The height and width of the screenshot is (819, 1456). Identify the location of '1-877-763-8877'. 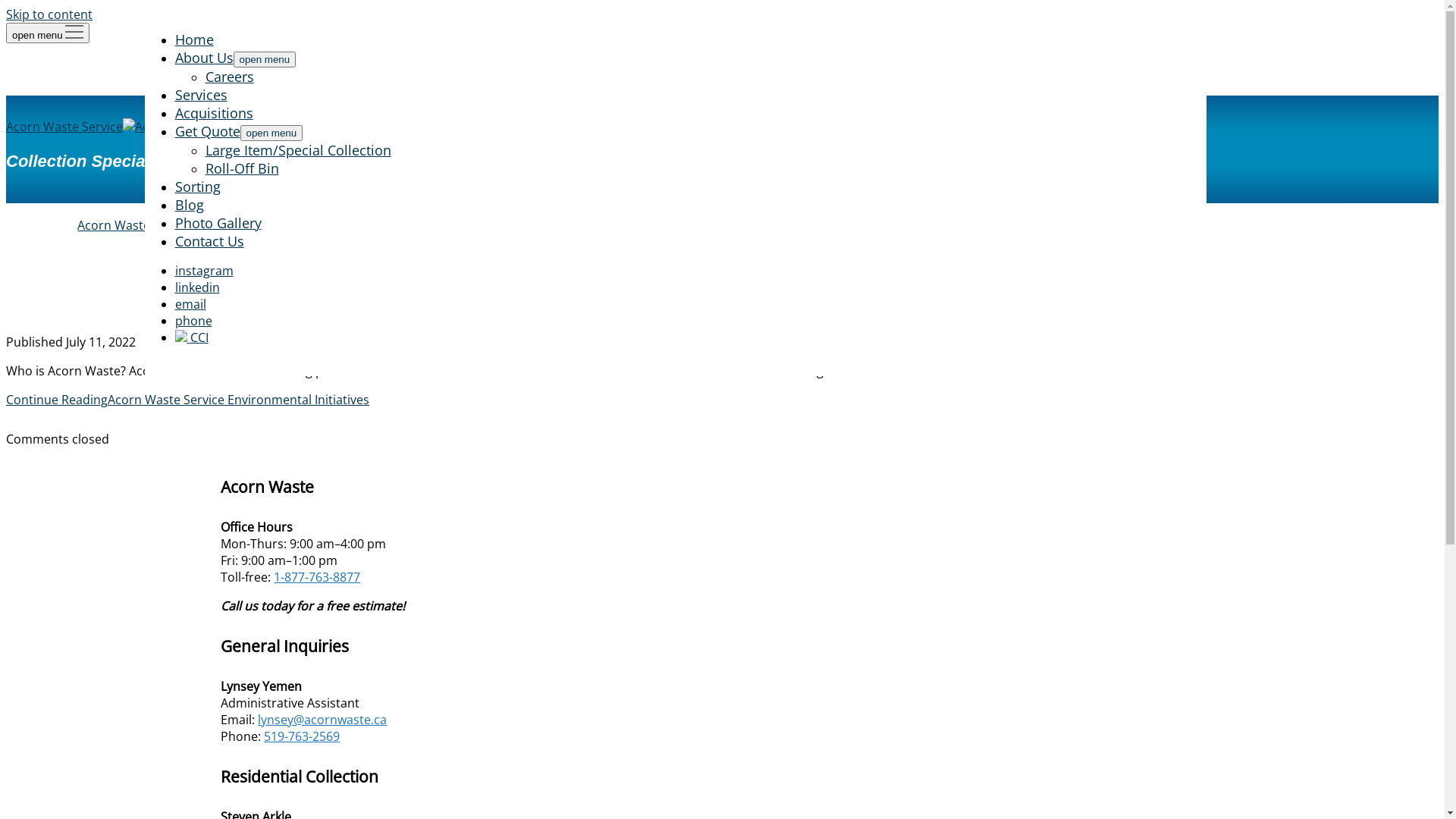
(273, 576).